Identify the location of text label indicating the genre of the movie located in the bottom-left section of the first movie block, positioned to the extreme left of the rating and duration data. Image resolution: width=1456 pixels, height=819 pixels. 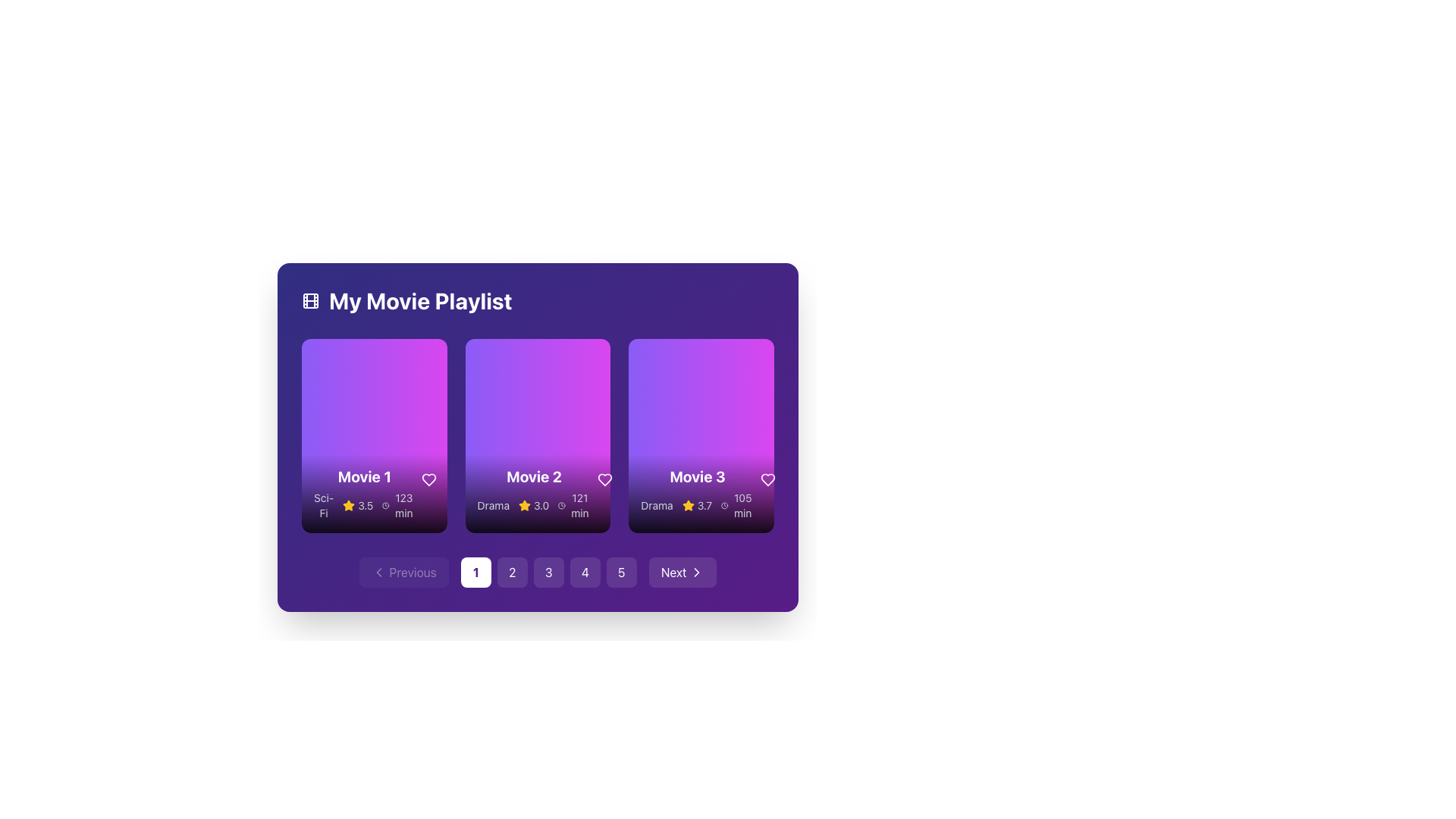
(323, 506).